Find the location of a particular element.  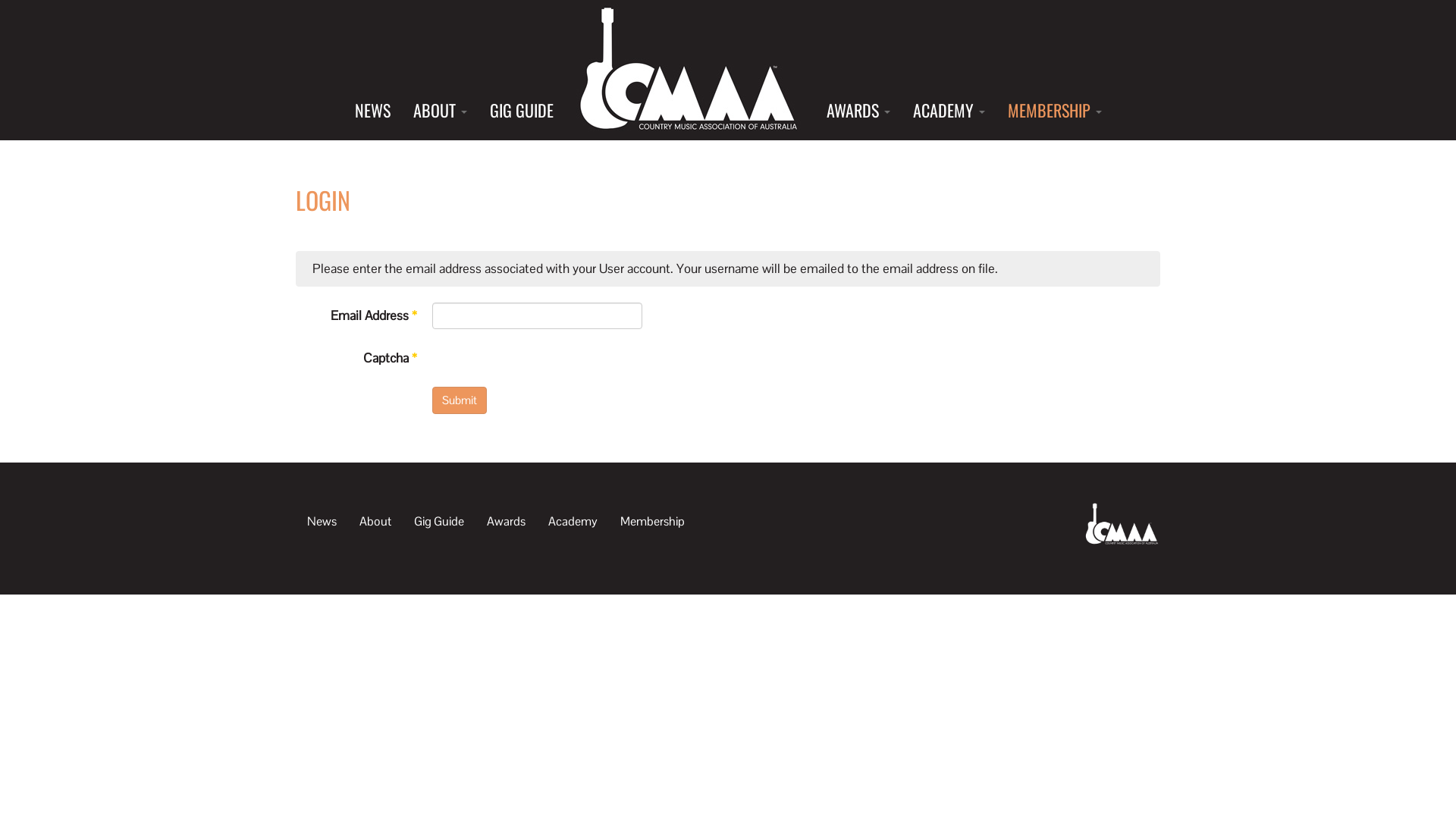

'NEWS' is located at coordinates (372, 109).